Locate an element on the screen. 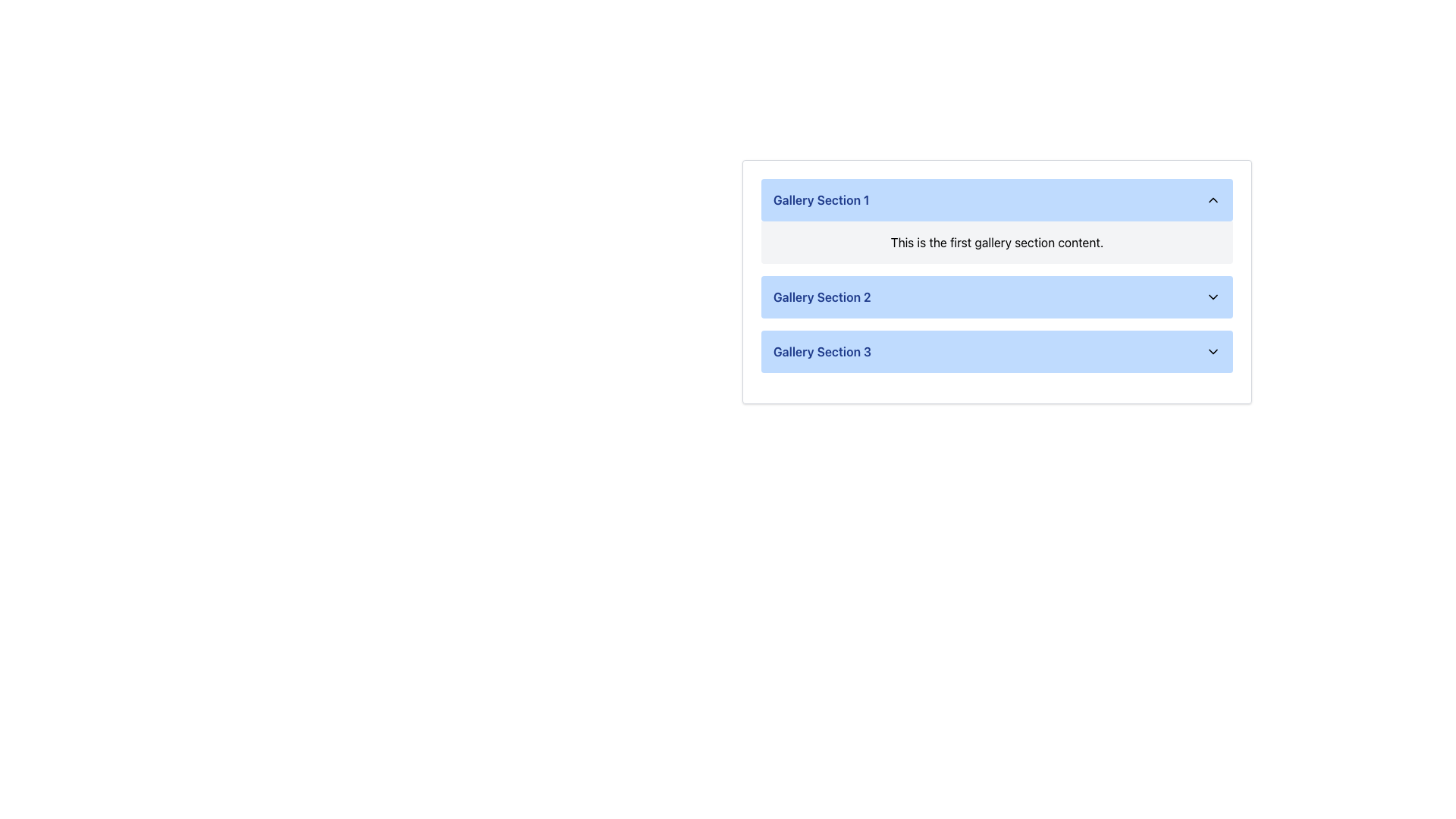 The width and height of the screenshot is (1456, 819). the downward-pointing chevron icon located on the right side of the 'Gallery Section 2' header is located at coordinates (1212, 297).